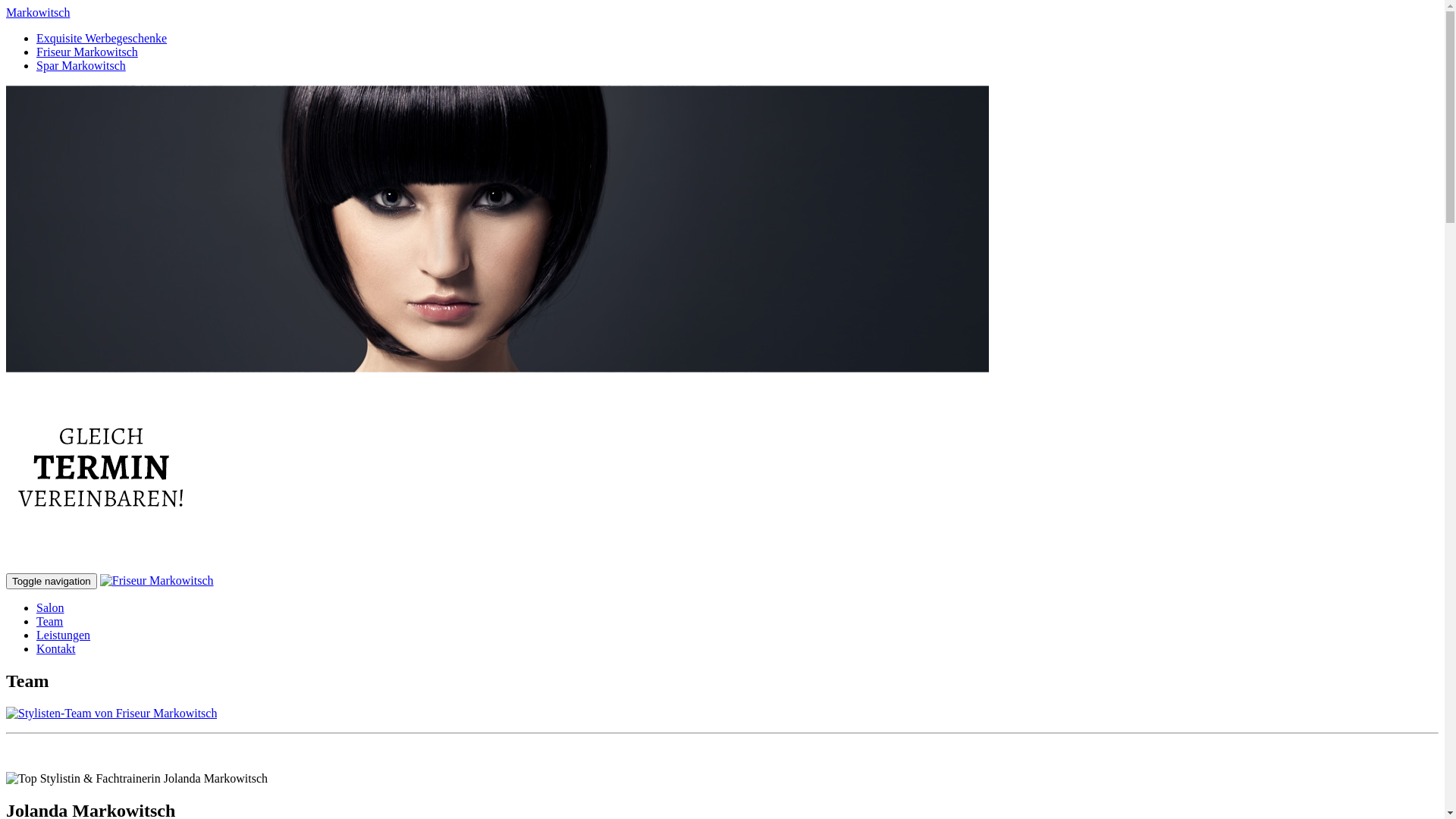 The width and height of the screenshot is (1456, 819). I want to click on 'Salon', so click(50, 607).